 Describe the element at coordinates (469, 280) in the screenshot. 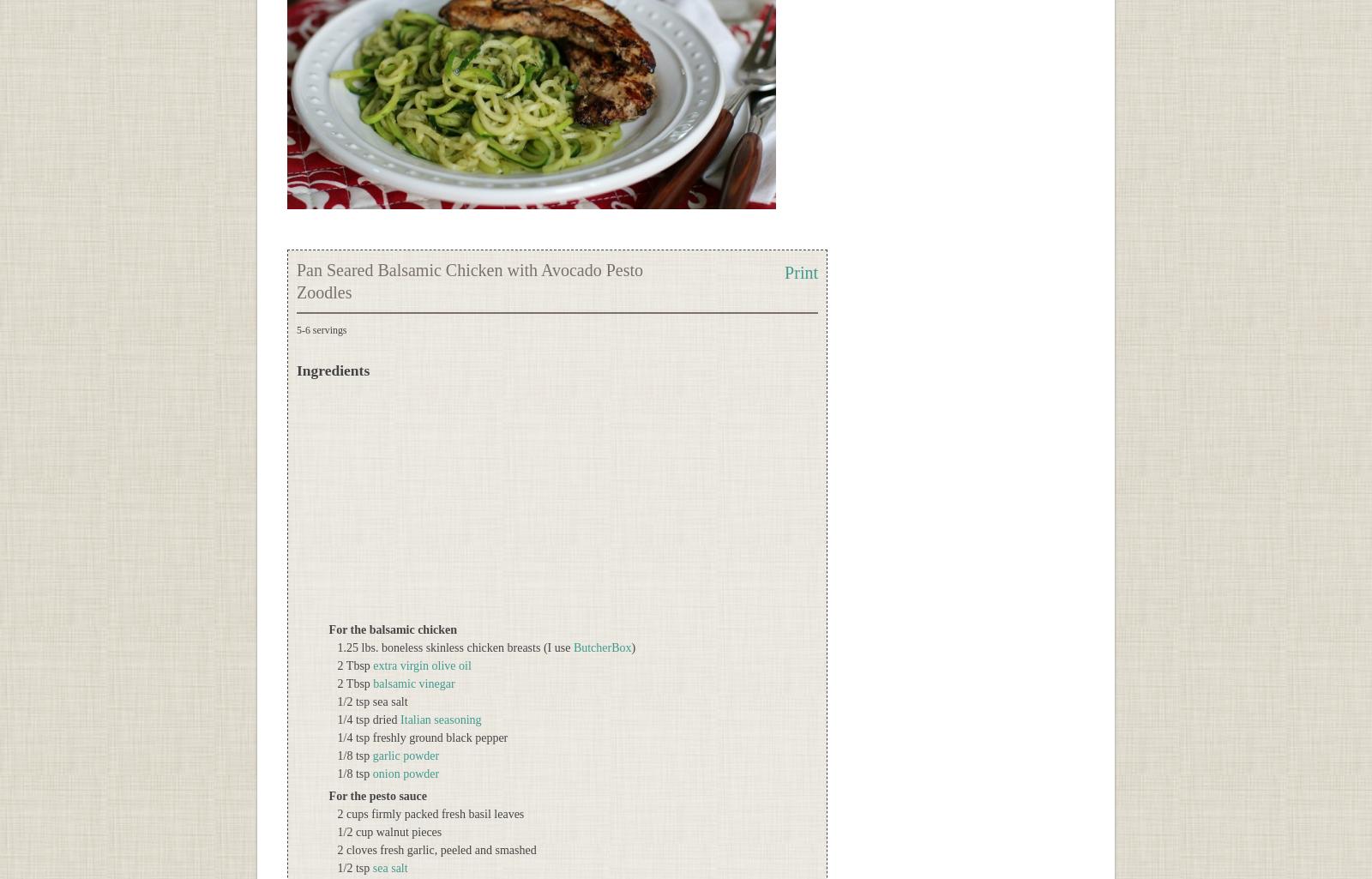

I see `'Pan Seared Balsamic Chicken with Avocado Pesto Zoodles'` at that location.